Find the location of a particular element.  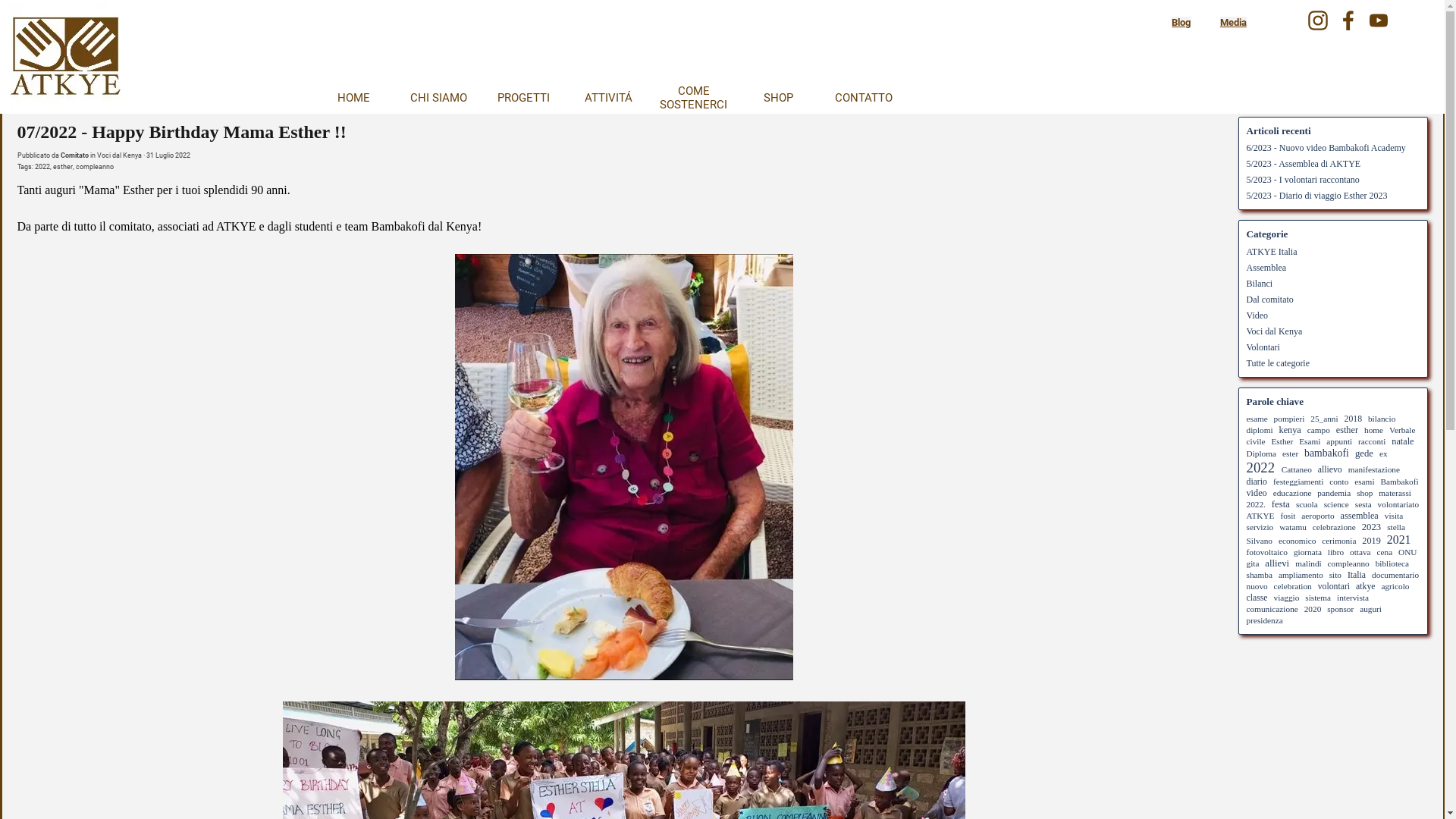

'diplomi' is located at coordinates (1260, 430).